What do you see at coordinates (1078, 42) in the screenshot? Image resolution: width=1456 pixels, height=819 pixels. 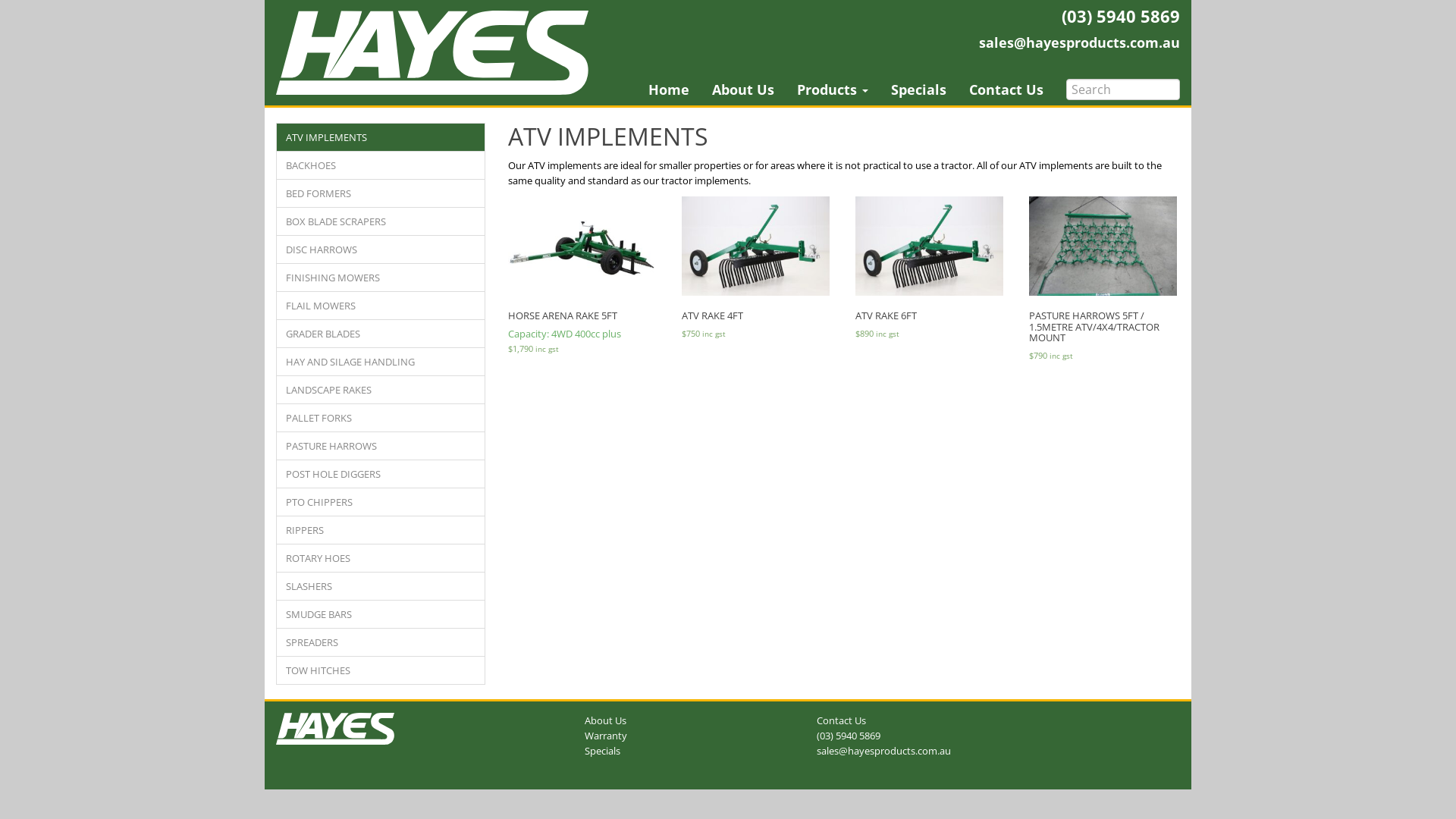 I see `'Email` at bounding box center [1078, 42].